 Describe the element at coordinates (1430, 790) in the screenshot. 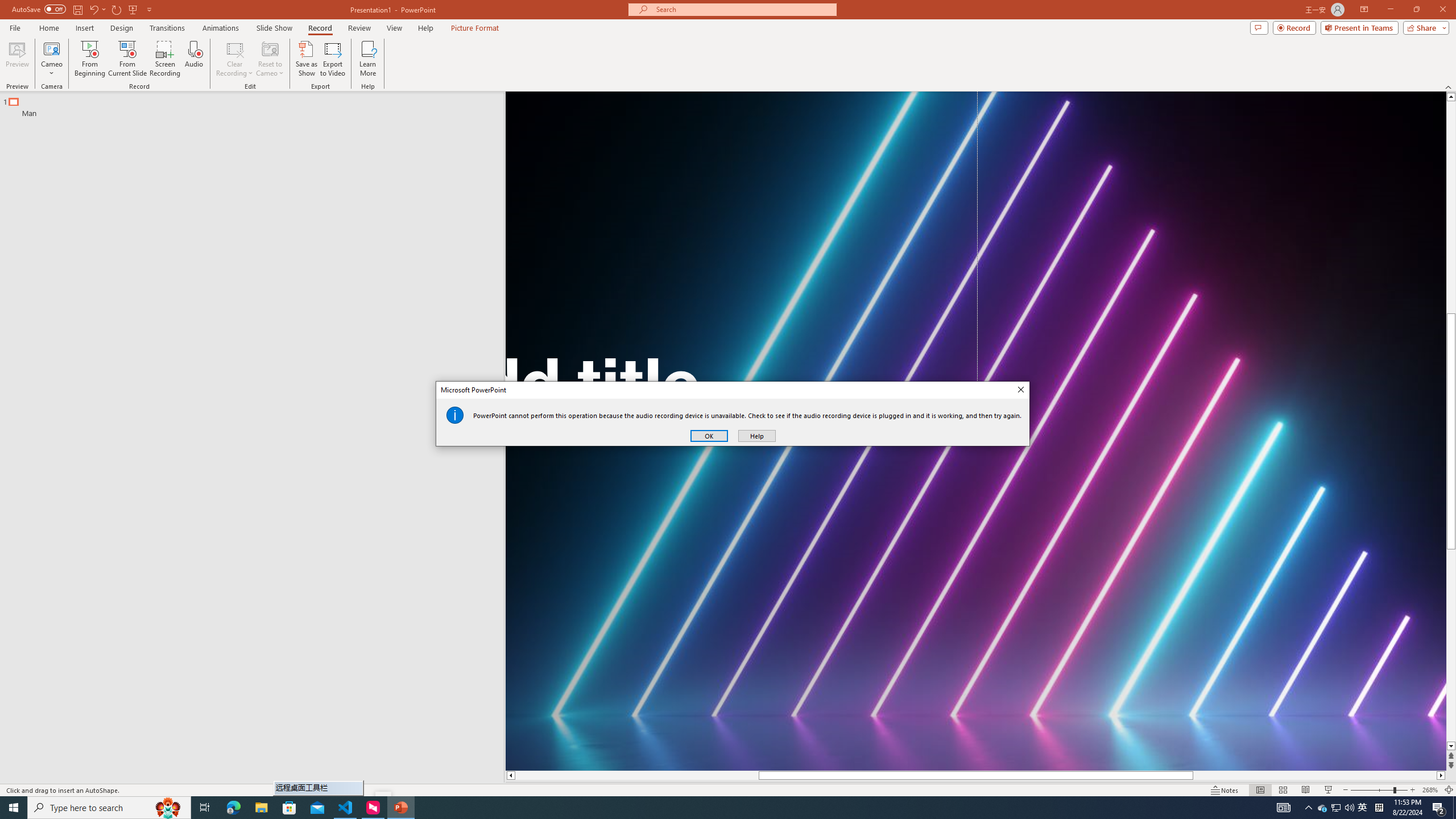

I see `'Zoom 268%'` at that location.